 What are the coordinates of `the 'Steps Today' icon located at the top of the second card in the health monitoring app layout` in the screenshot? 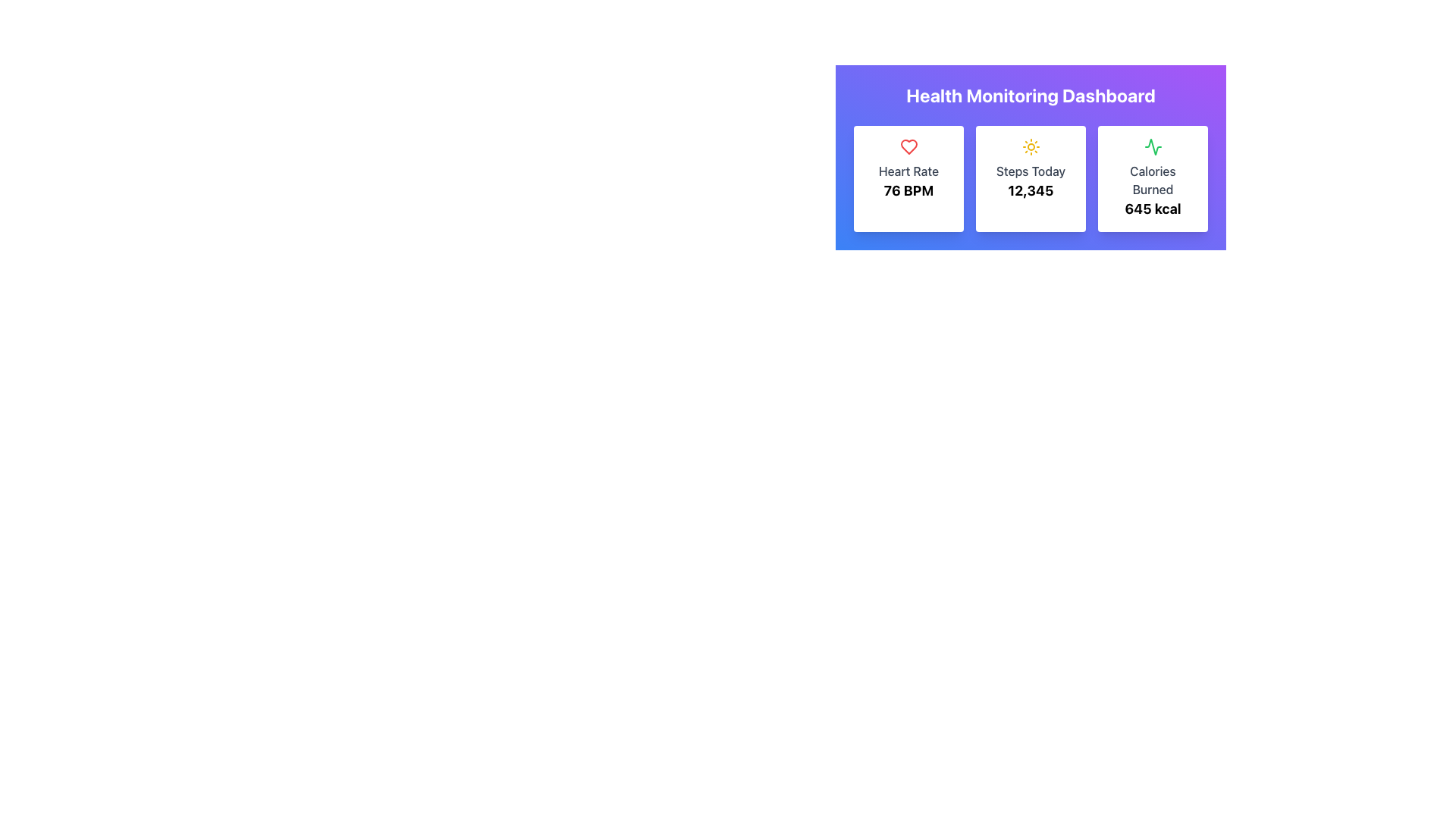 It's located at (1031, 146).